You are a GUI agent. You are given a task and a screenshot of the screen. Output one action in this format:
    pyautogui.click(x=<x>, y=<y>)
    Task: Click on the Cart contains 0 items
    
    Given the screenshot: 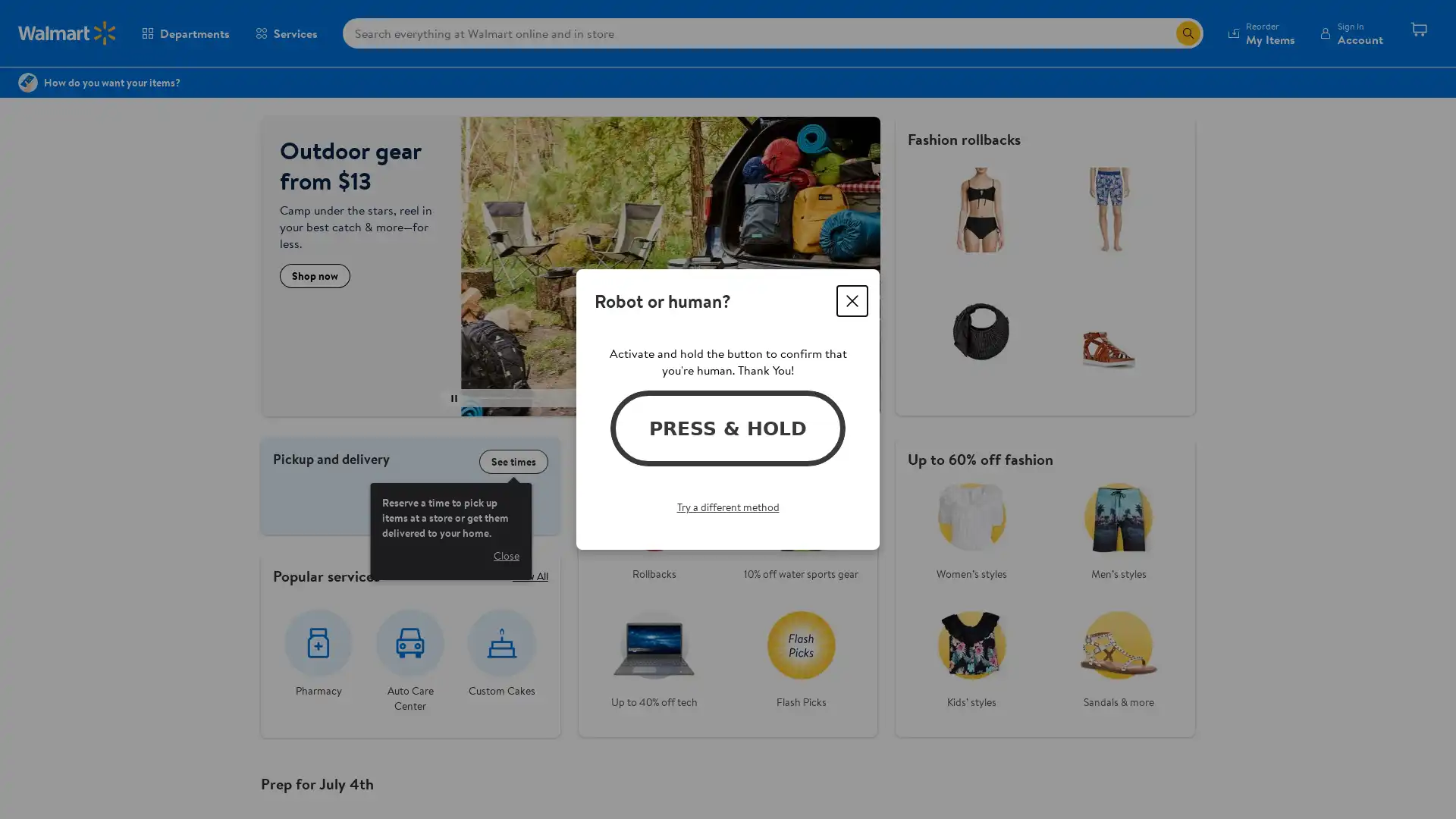 What is the action you would take?
    pyautogui.click(x=1418, y=33)
    